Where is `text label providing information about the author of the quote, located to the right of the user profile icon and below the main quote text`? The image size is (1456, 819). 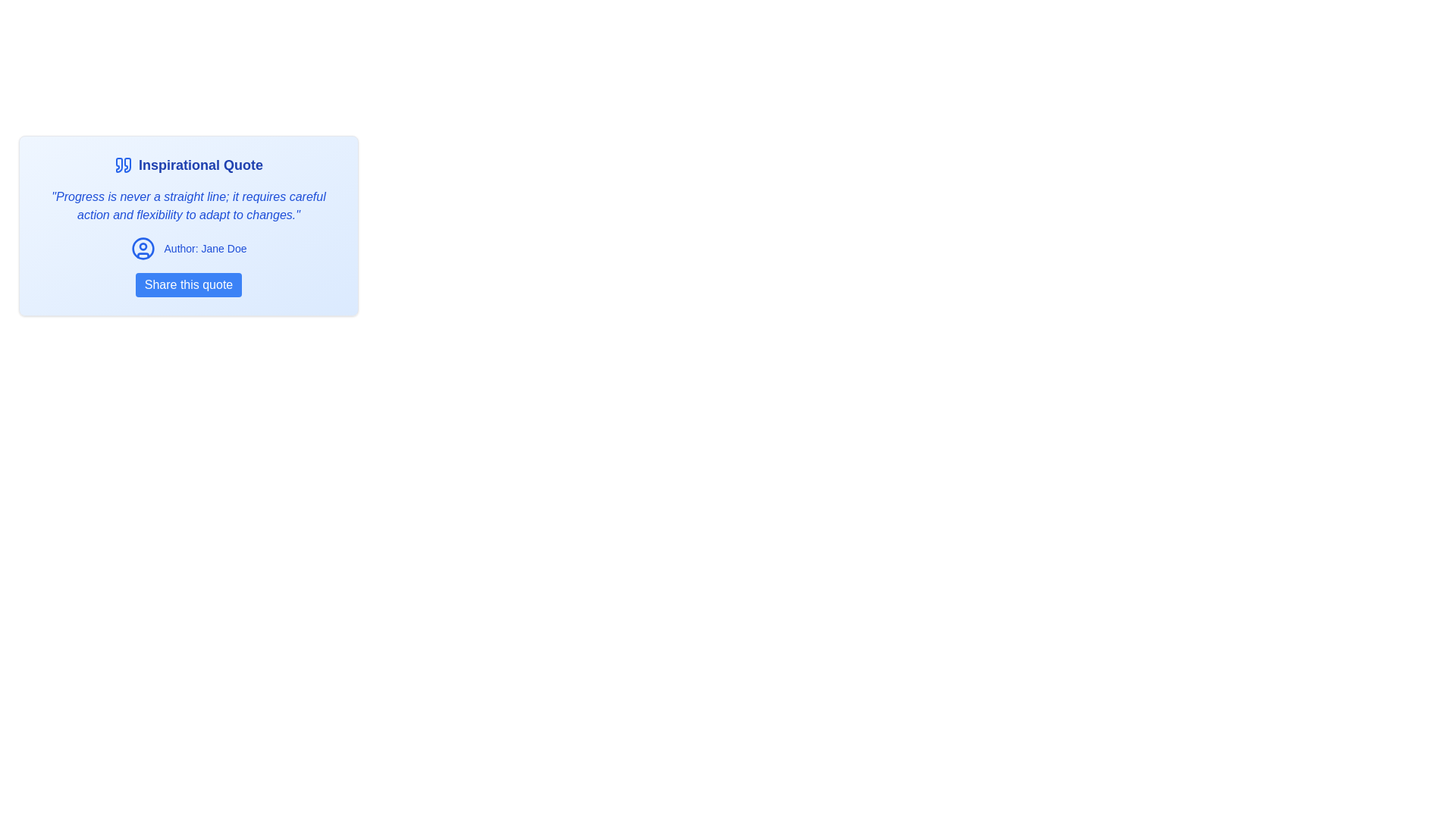 text label providing information about the author of the quote, located to the right of the user profile icon and below the main quote text is located at coordinates (204, 247).